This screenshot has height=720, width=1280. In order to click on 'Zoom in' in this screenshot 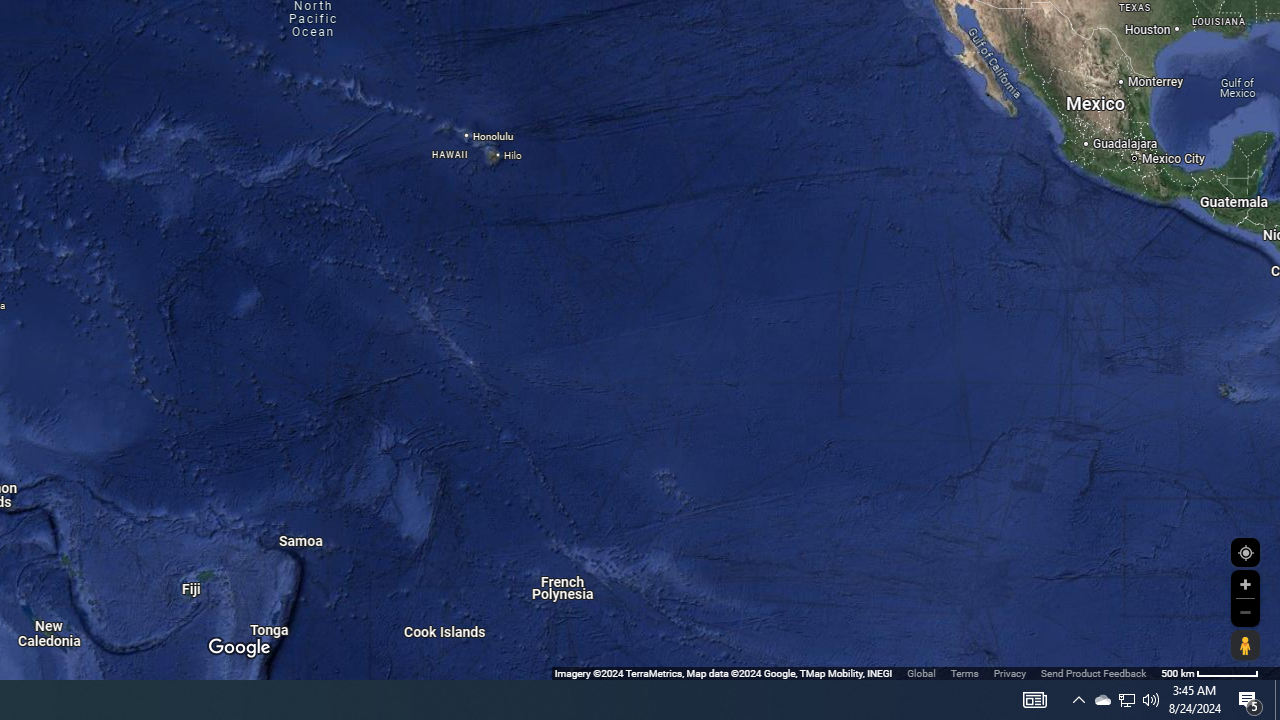, I will do `click(1244, 584)`.